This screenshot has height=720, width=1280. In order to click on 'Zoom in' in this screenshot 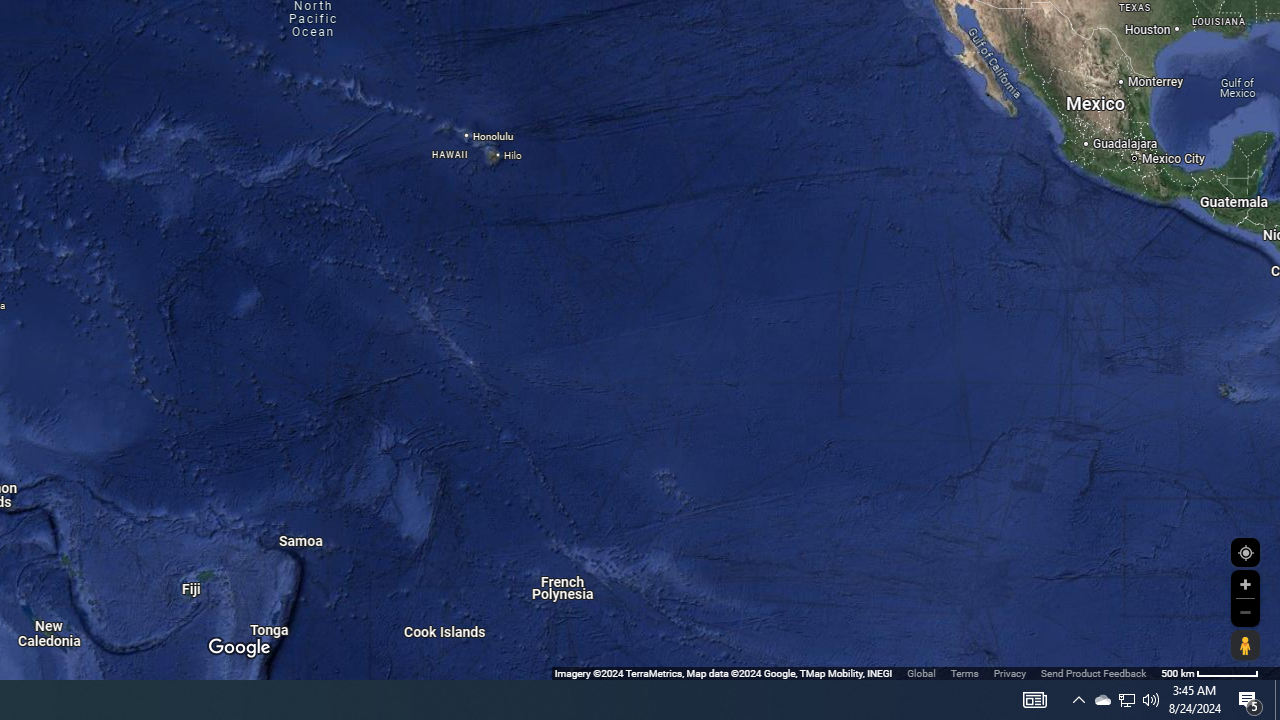, I will do `click(1244, 584)`.